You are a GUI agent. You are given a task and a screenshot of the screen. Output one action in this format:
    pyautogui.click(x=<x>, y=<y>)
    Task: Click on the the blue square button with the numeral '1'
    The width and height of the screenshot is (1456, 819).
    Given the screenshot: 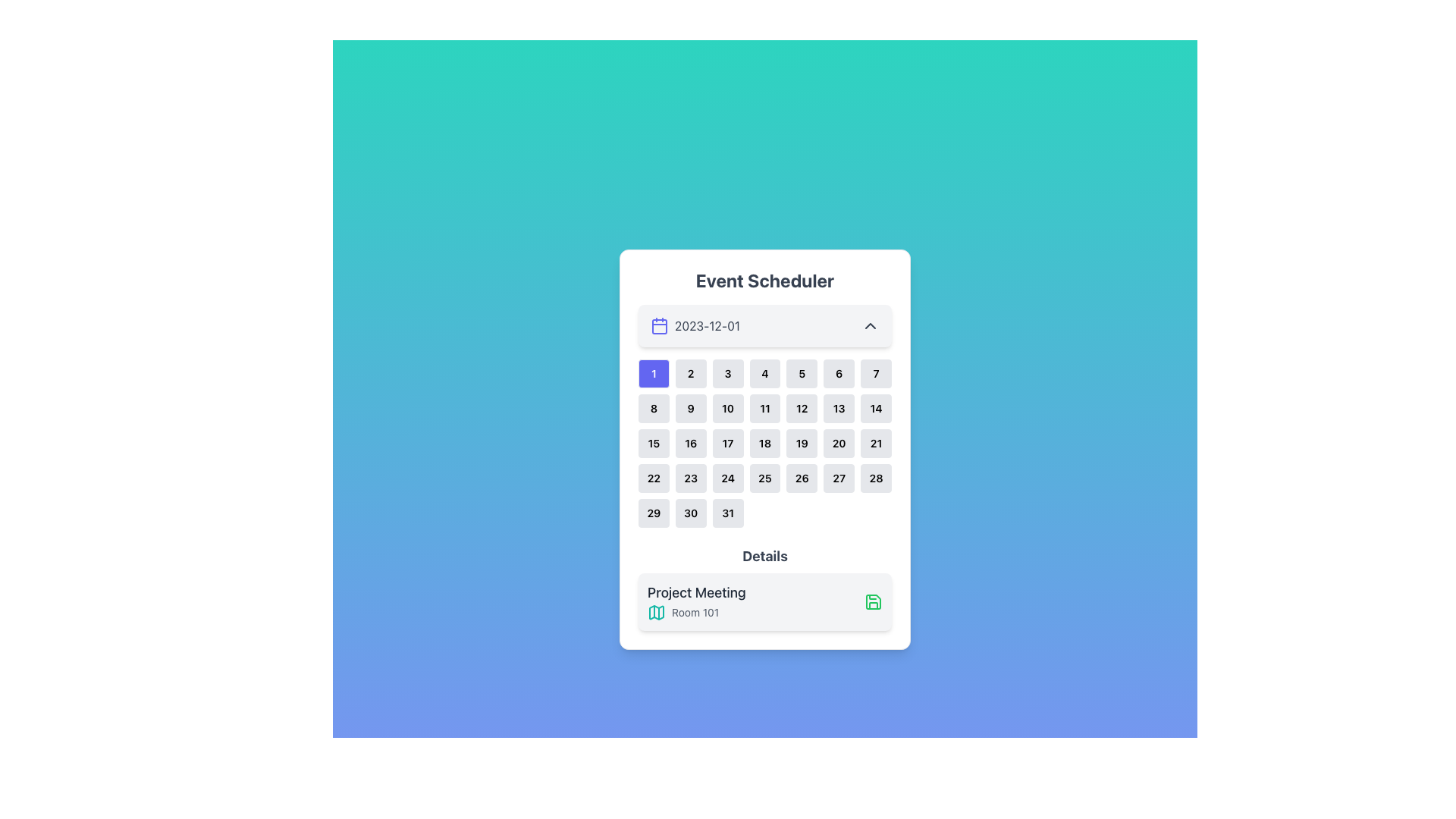 What is the action you would take?
    pyautogui.click(x=654, y=374)
    